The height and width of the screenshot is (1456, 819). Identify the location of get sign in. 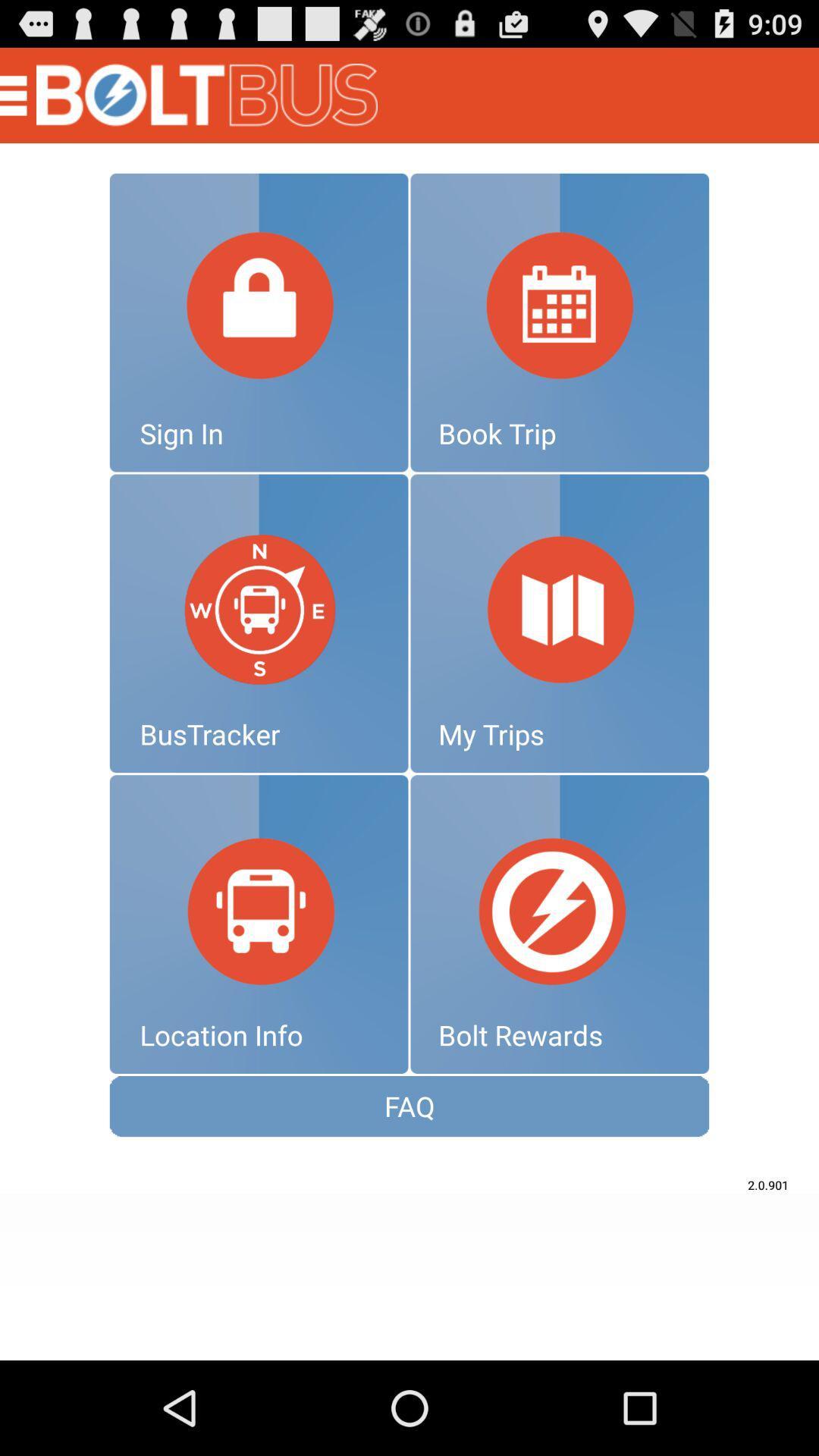
(258, 322).